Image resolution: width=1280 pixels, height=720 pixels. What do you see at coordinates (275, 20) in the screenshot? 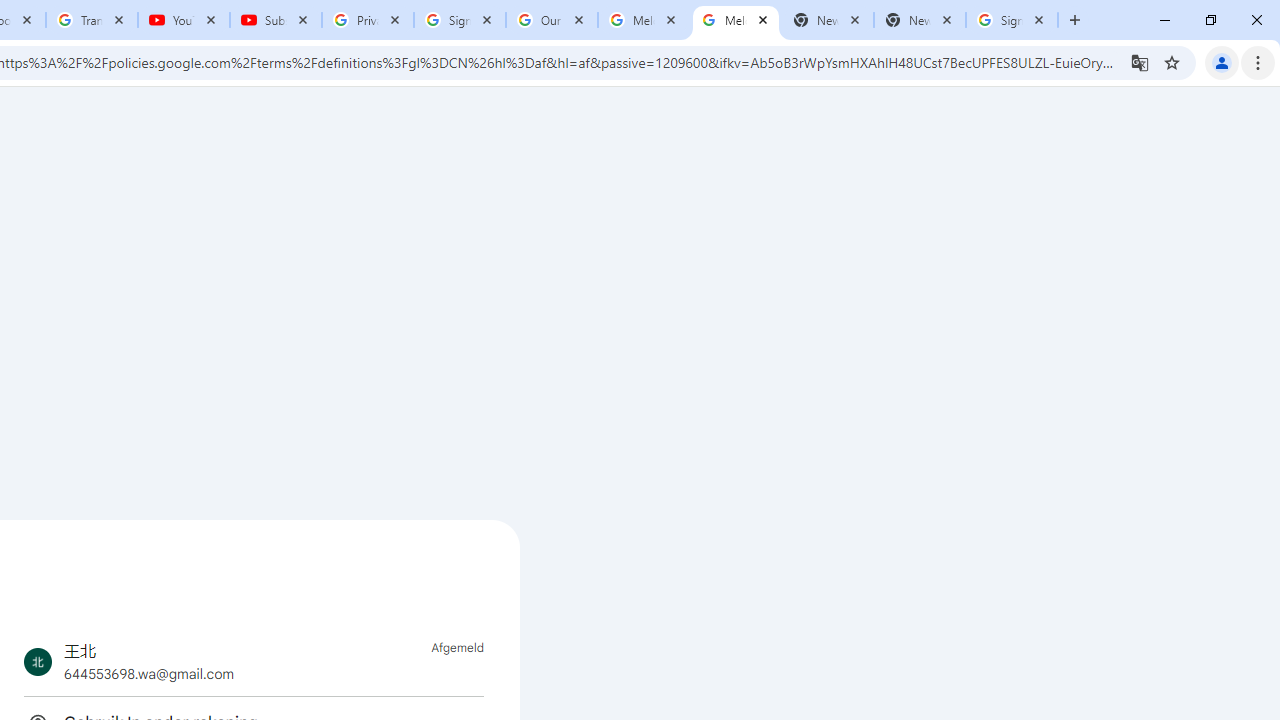
I see `'Subscriptions - YouTube'` at bounding box center [275, 20].